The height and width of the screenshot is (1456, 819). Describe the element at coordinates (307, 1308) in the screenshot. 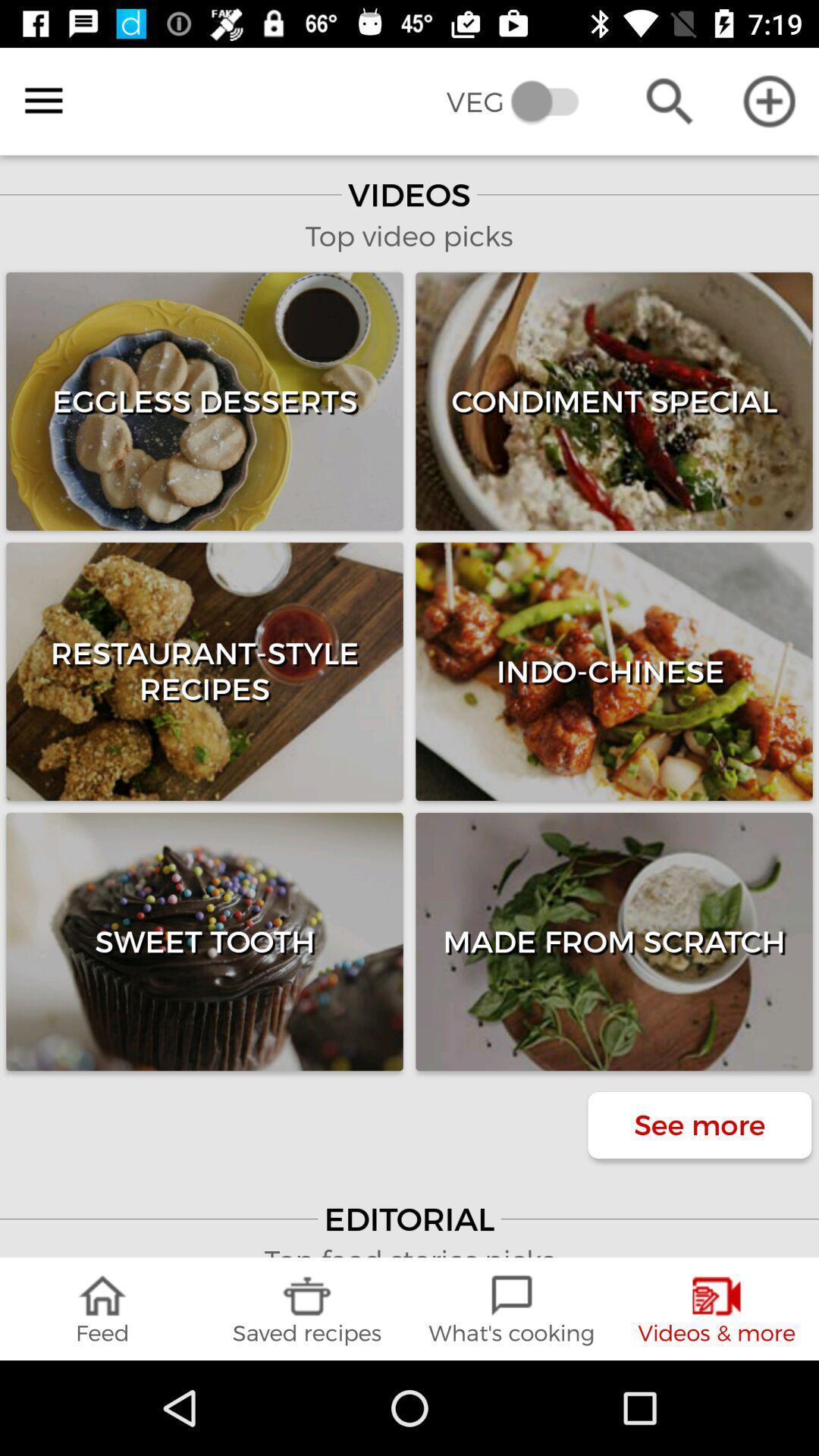

I see `the icon next to the what's cooking item` at that location.